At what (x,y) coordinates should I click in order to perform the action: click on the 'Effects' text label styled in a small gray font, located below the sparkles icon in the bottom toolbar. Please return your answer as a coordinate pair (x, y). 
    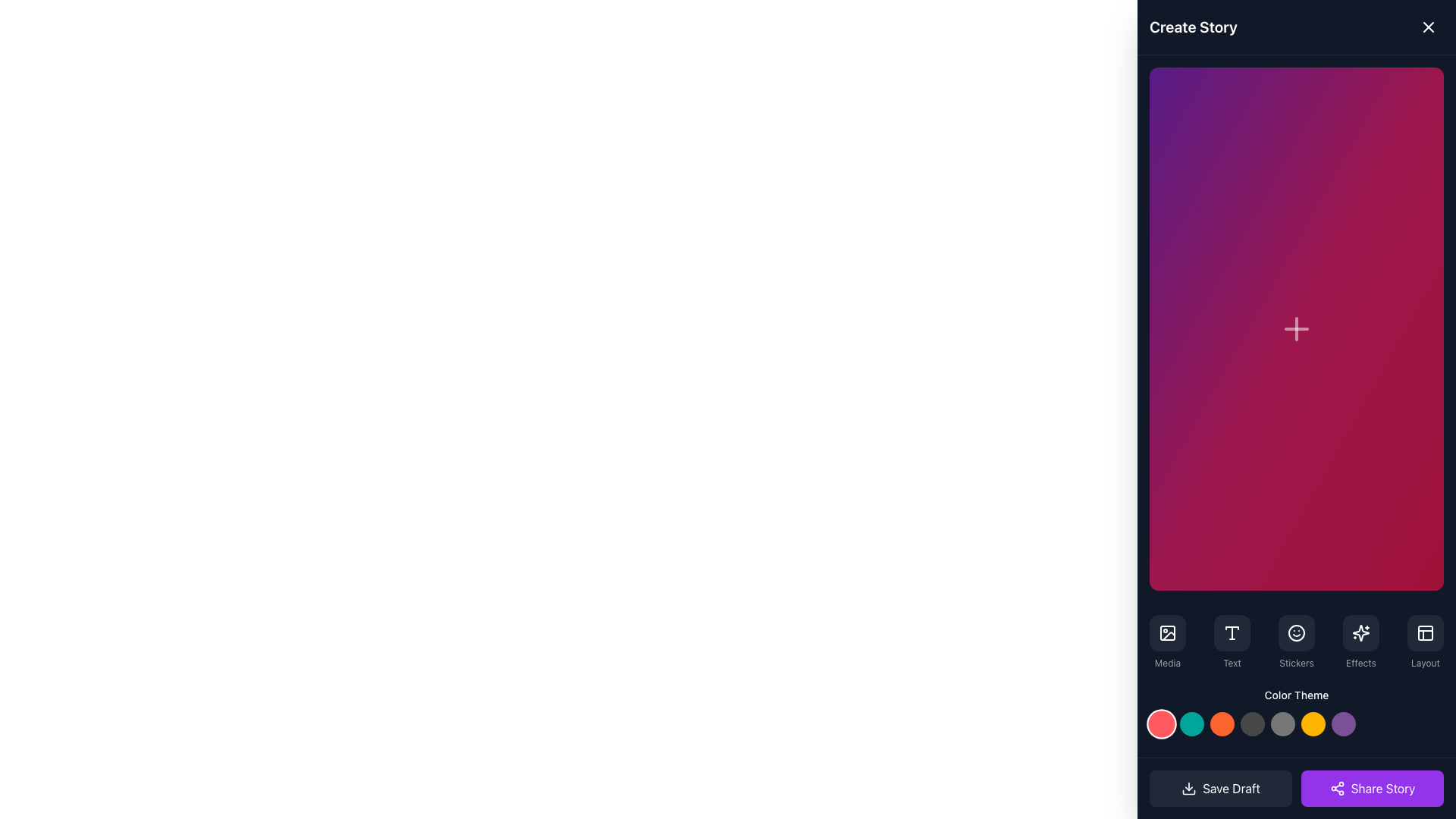
    Looking at the image, I should click on (1361, 662).